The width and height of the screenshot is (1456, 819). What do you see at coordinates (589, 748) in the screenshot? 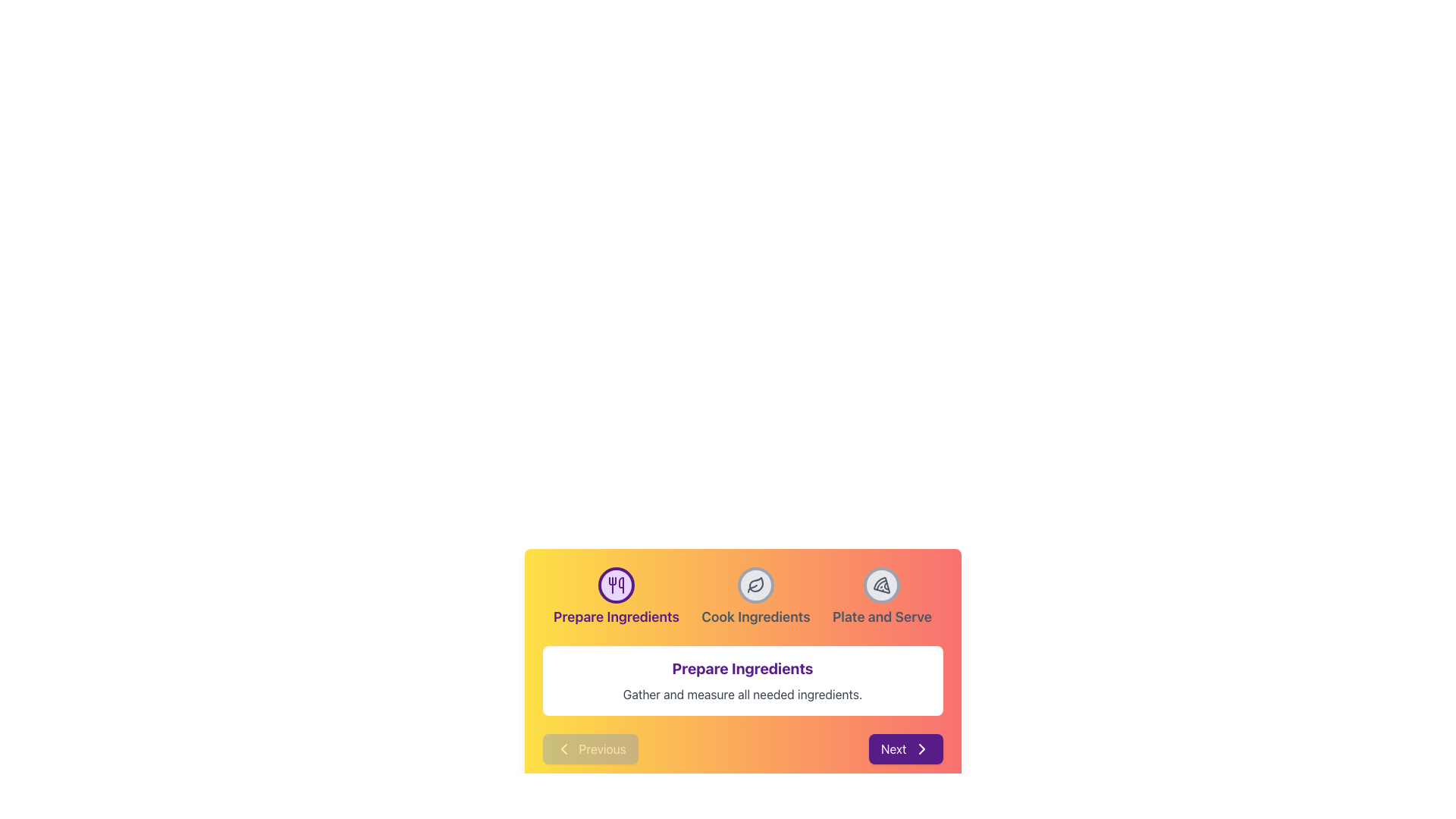
I see `the 'Previous' button located at the bottom-left of the interface` at bounding box center [589, 748].